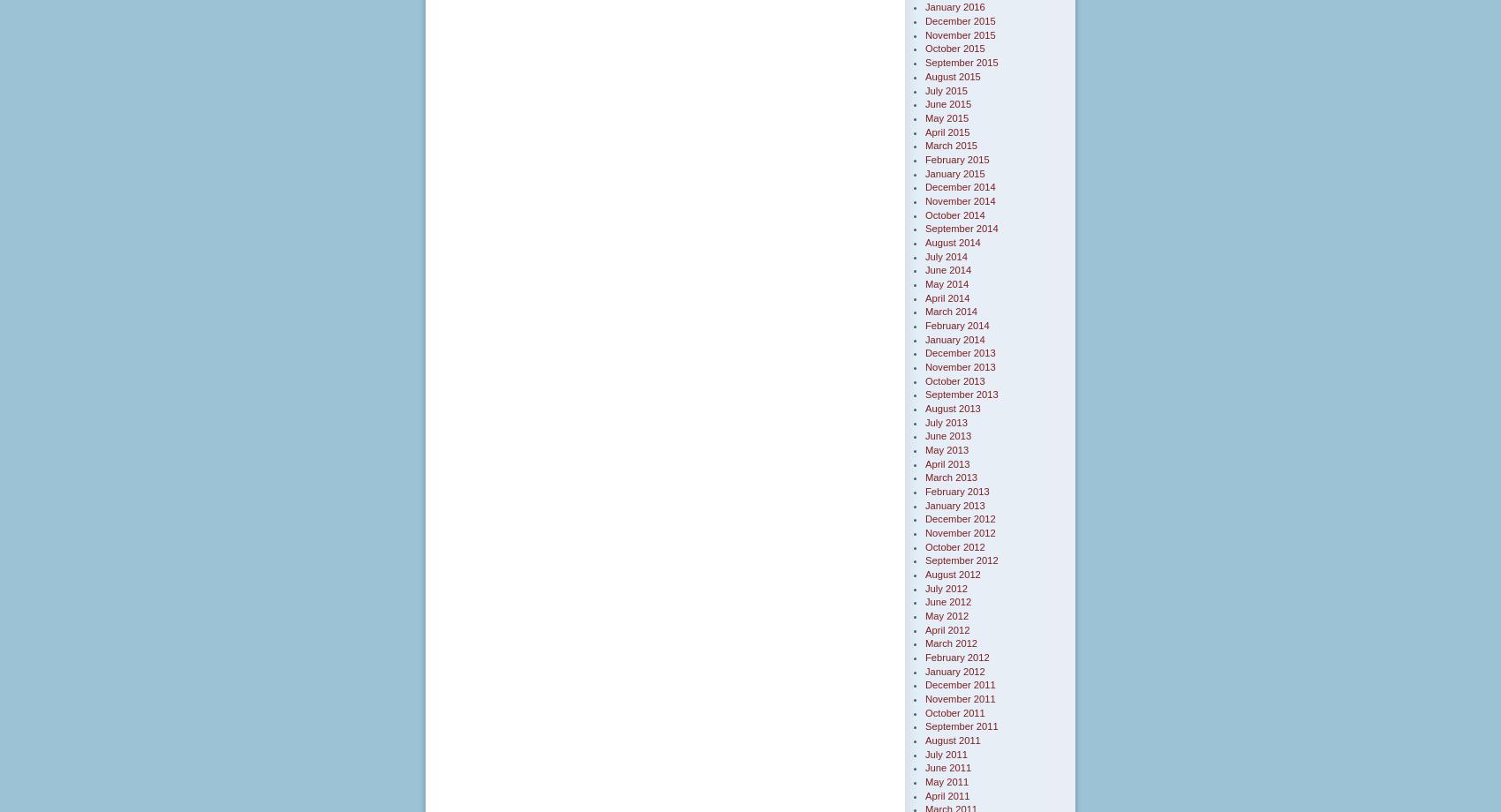 This screenshot has width=1501, height=812. What do you see at coordinates (924, 90) in the screenshot?
I see `'July 2015'` at bounding box center [924, 90].